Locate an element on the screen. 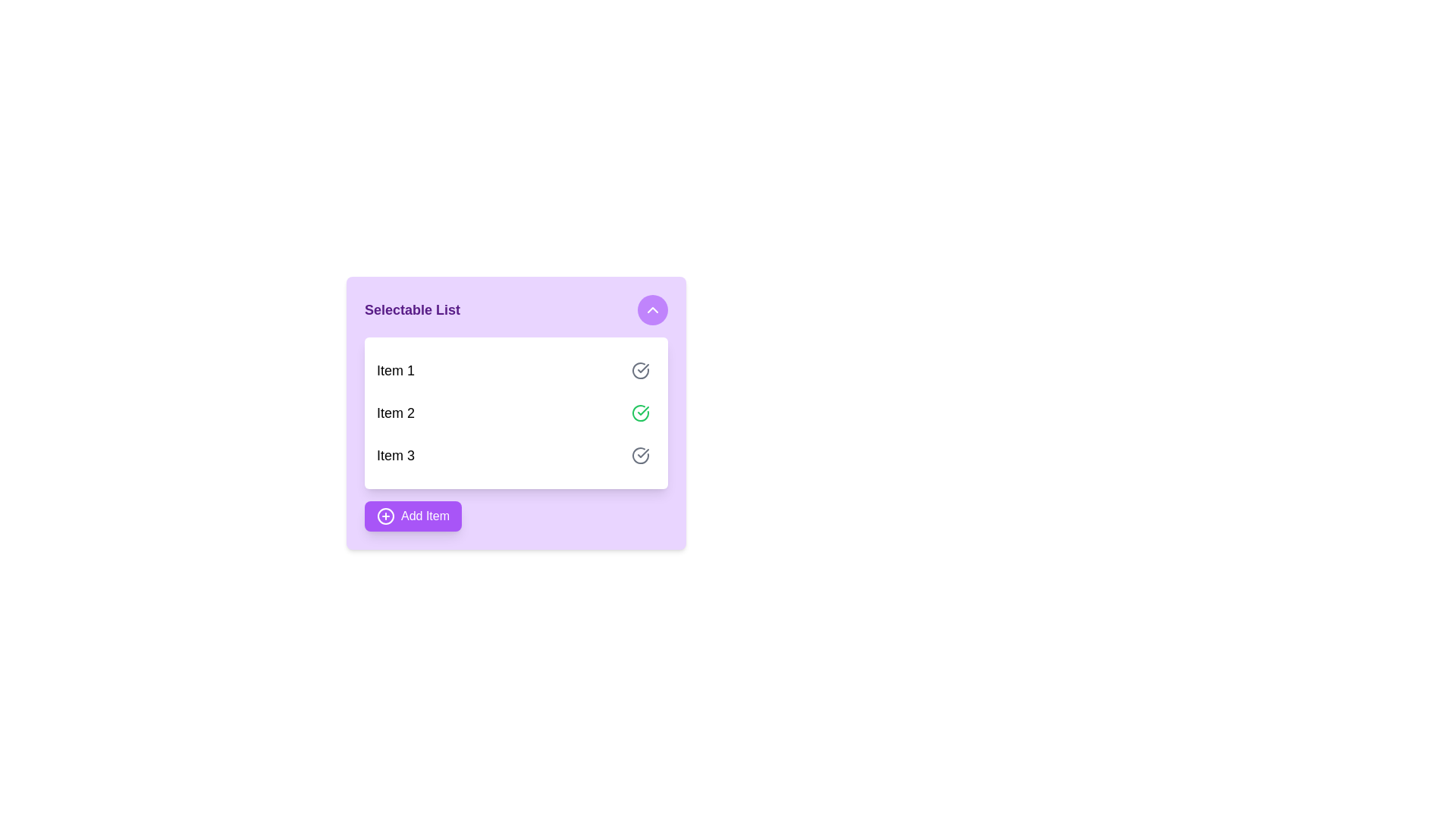 The image size is (1456, 819). the status indicated by the checkmark icon, which is green with a circular outline and positioned to the right of 'Item 2' in the selectable list is located at coordinates (643, 369).